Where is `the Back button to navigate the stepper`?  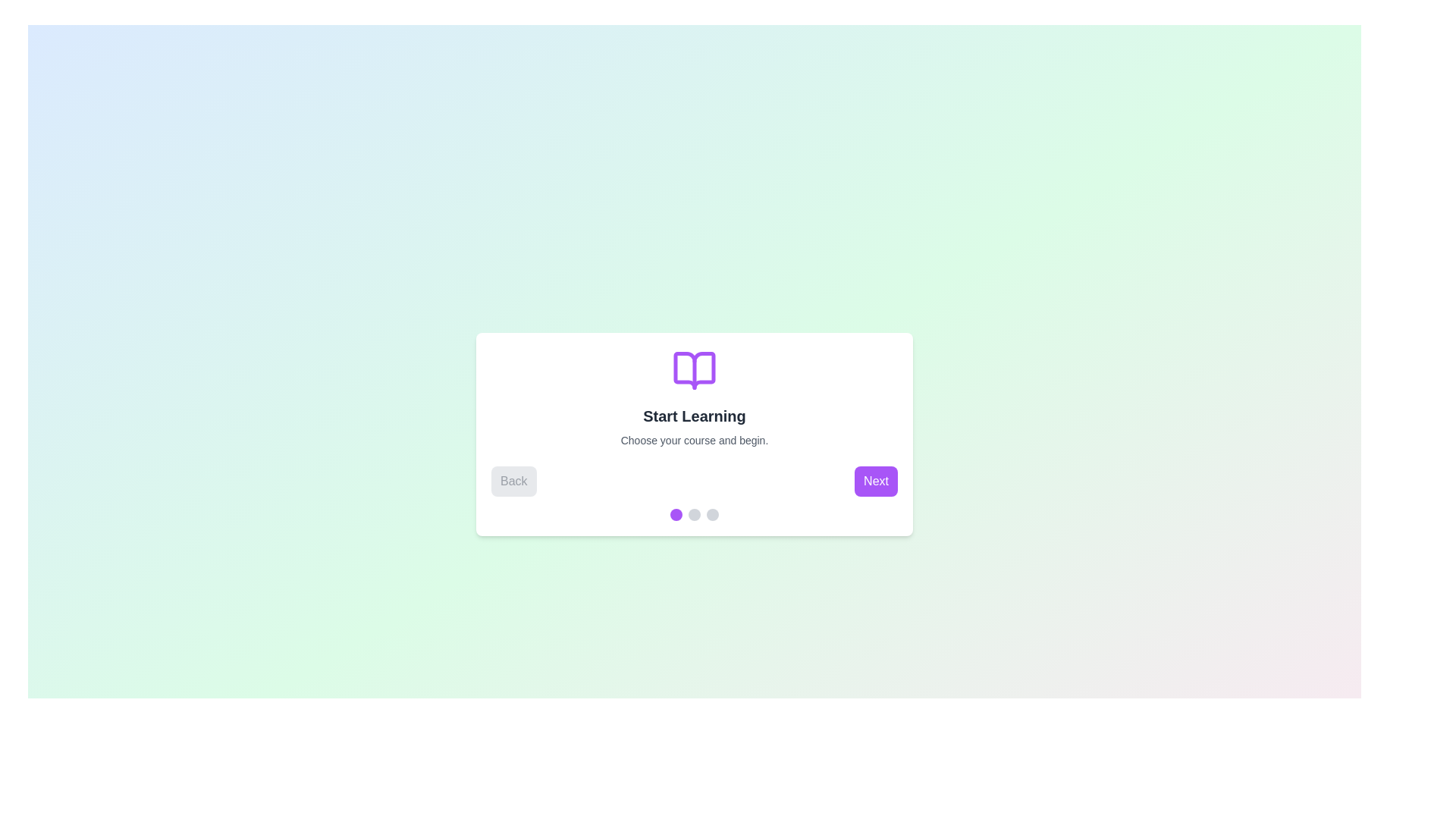 the Back button to navigate the stepper is located at coordinates (513, 482).